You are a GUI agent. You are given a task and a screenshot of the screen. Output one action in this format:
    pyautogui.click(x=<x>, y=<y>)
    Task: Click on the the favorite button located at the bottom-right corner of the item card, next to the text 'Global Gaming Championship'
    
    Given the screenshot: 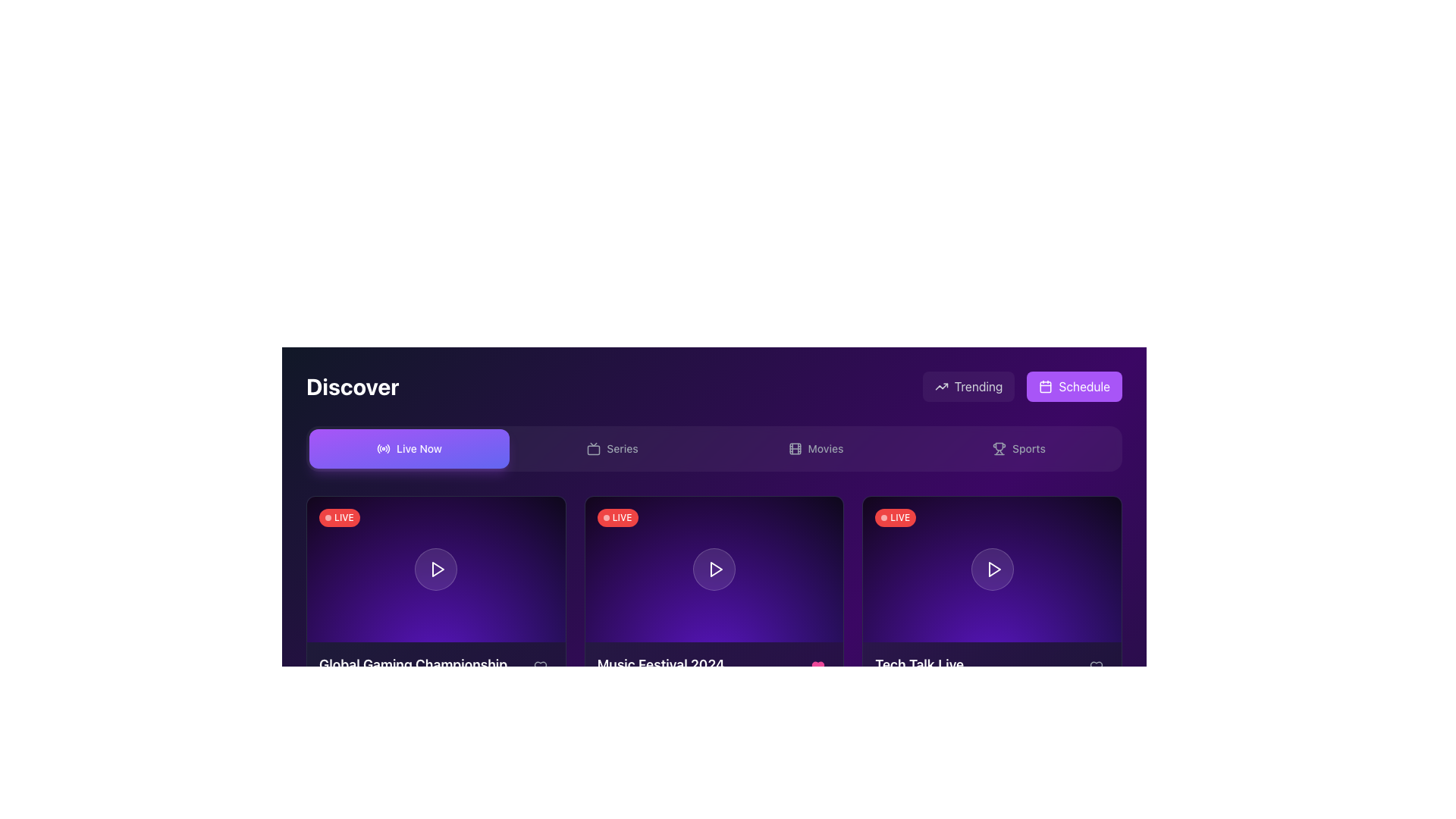 What is the action you would take?
    pyautogui.click(x=540, y=666)
    